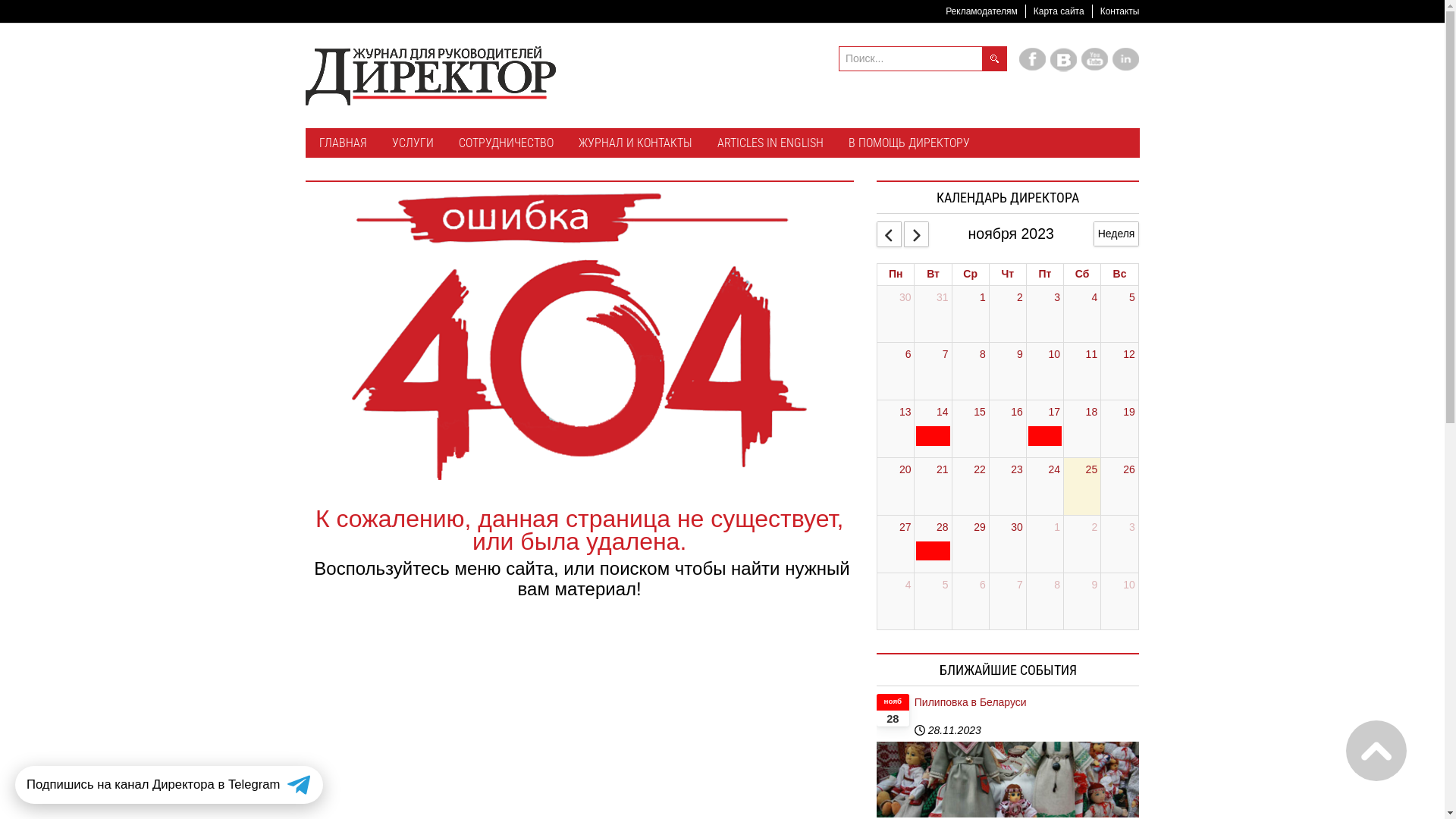  I want to click on '26', so click(1128, 469).